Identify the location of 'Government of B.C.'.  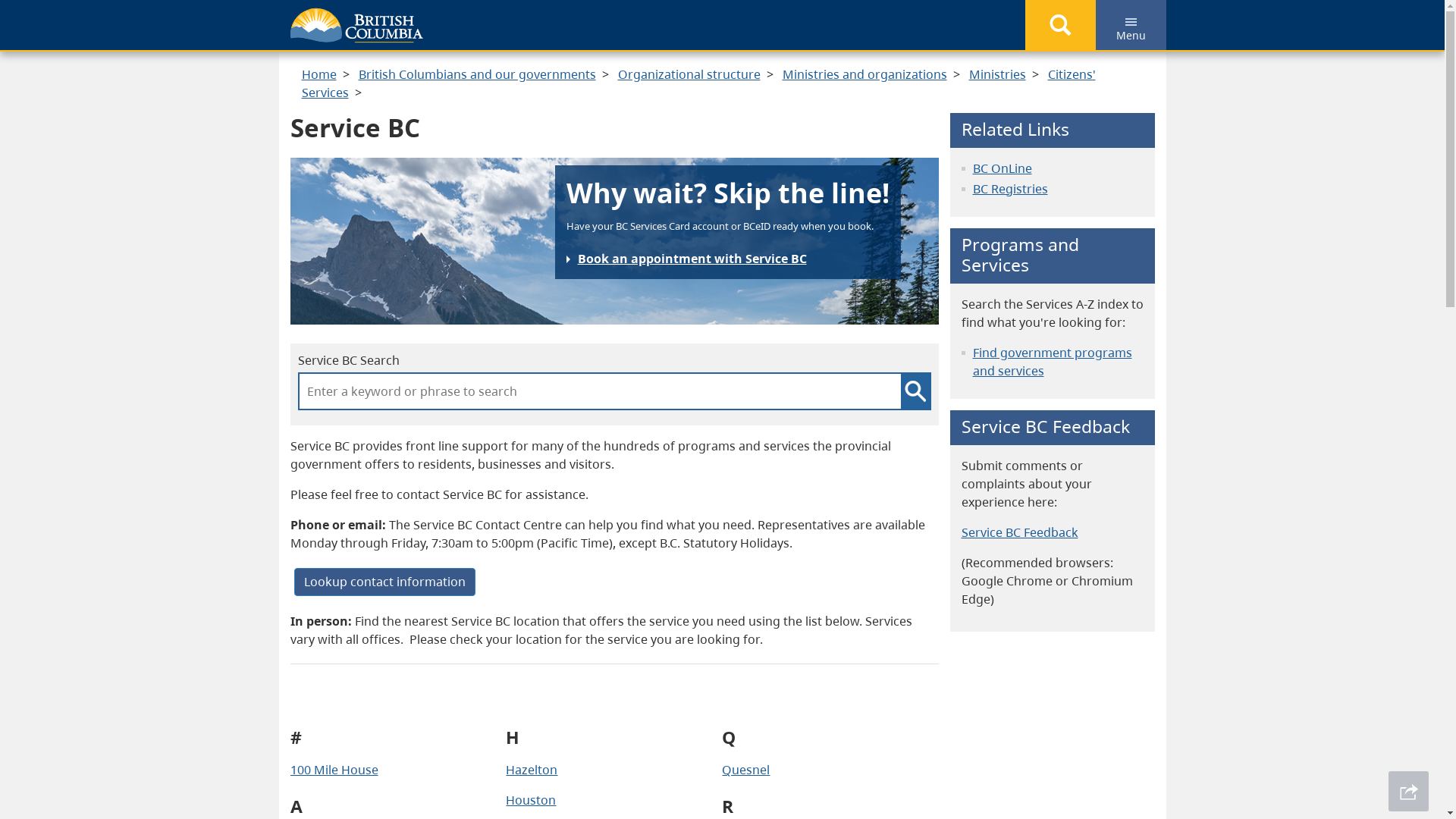
(355, 25).